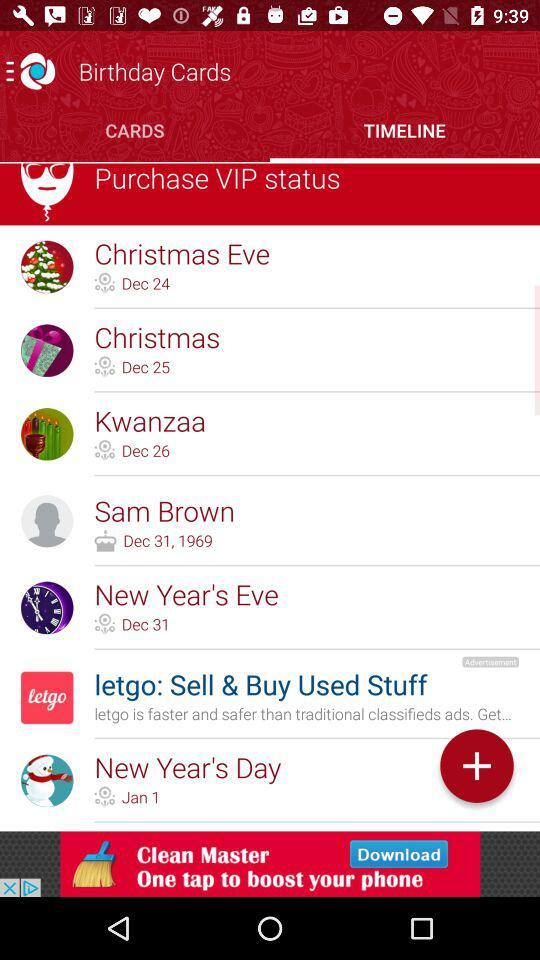  What do you see at coordinates (106, 539) in the screenshot?
I see `the icon which left to the  dec 31 1969` at bounding box center [106, 539].